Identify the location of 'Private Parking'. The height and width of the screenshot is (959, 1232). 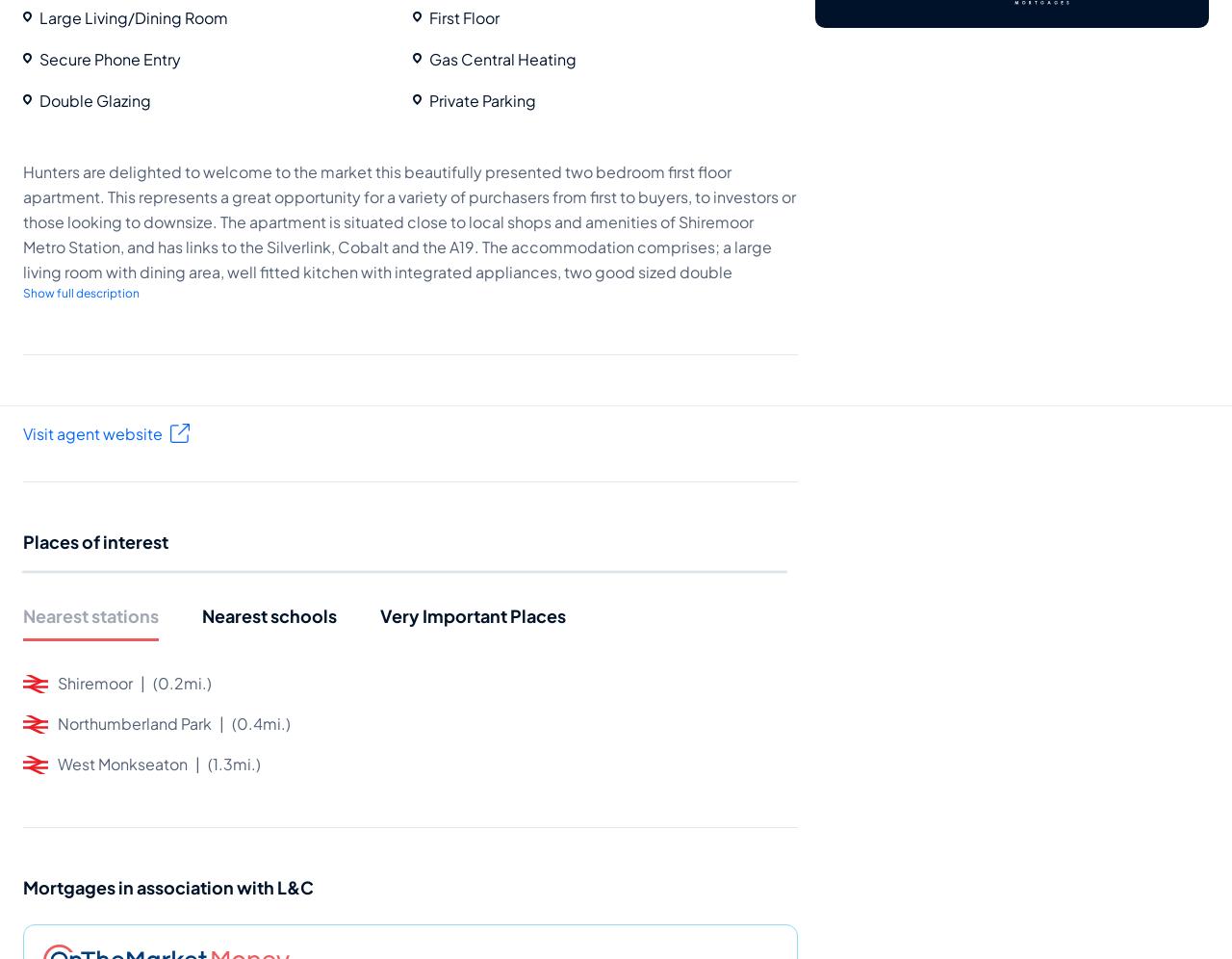
(481, 99).